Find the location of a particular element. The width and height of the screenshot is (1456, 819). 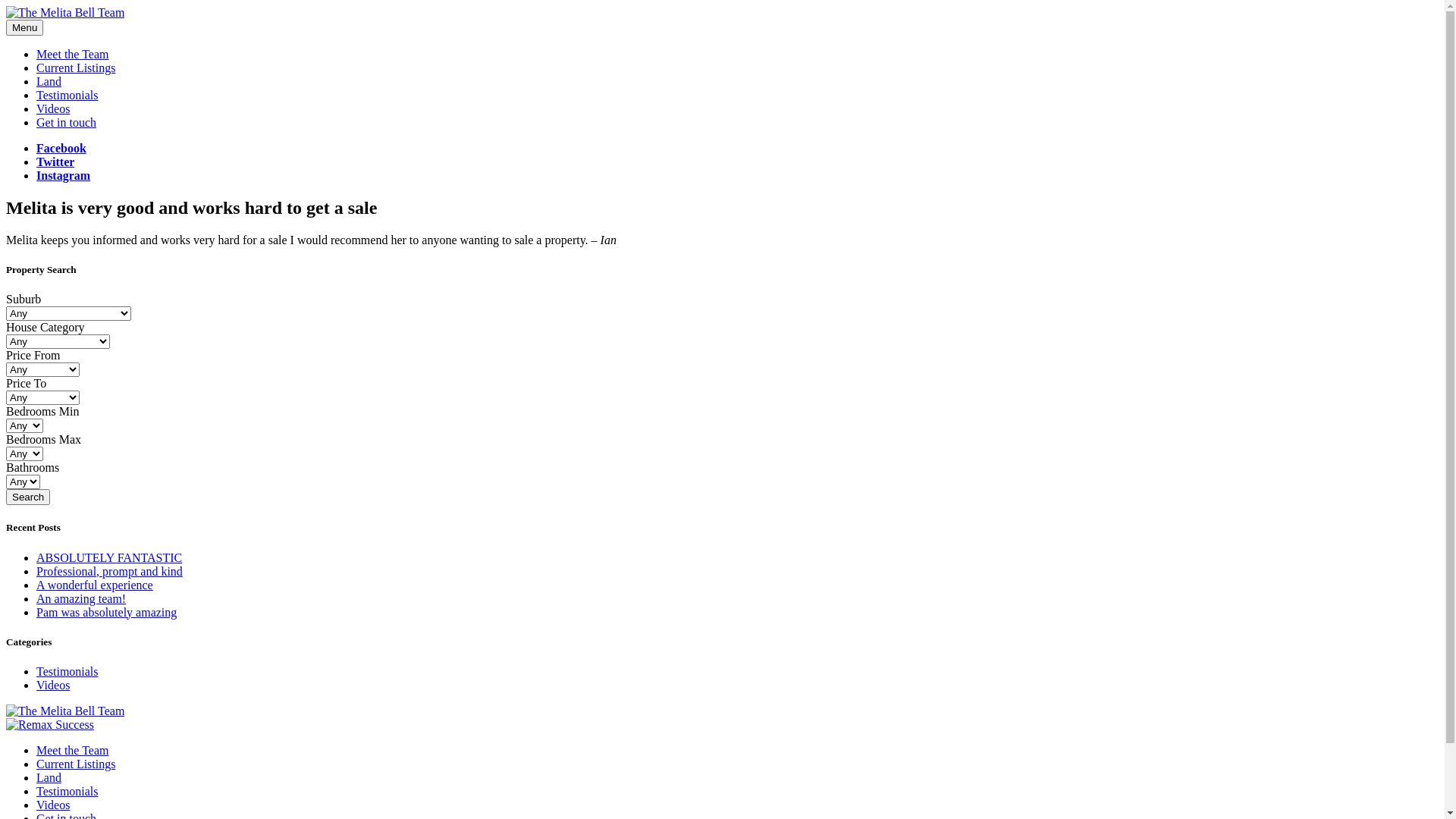

'Get in touch' is located at coordinates (65, 121).